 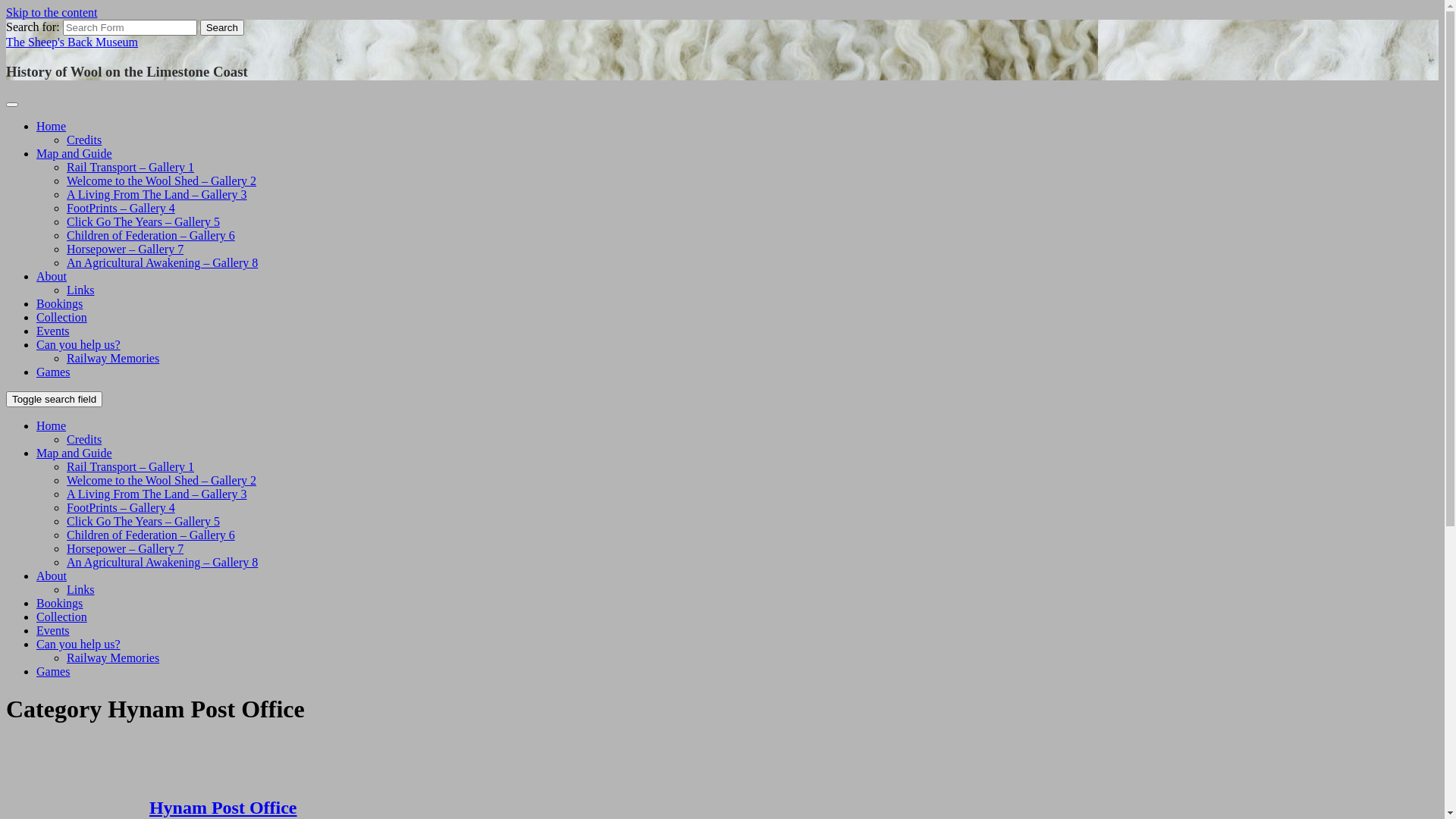 I want to click on 'Home', so click(x=51, y=125).